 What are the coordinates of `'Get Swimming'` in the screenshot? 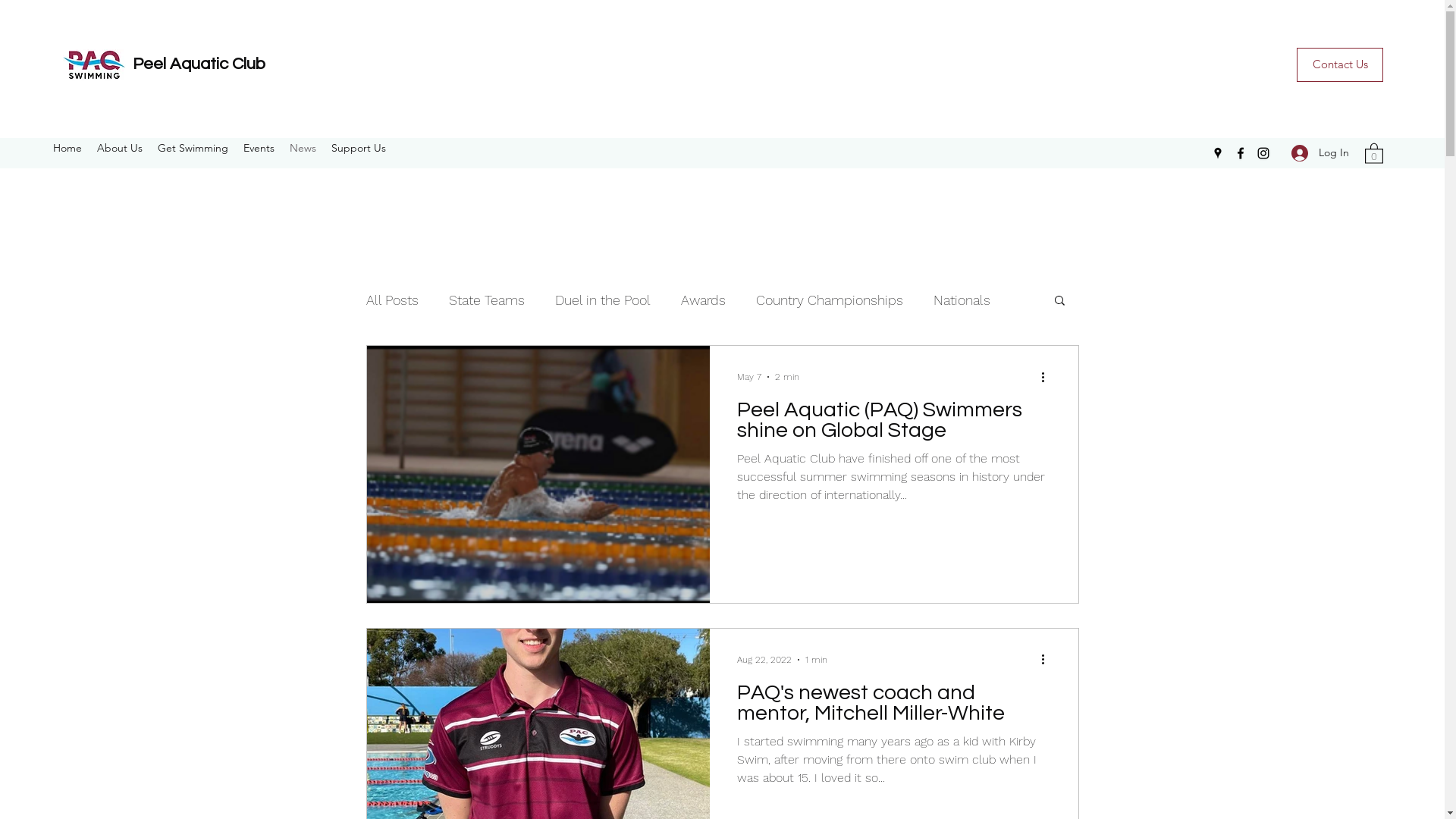 It's located at (192, 148).